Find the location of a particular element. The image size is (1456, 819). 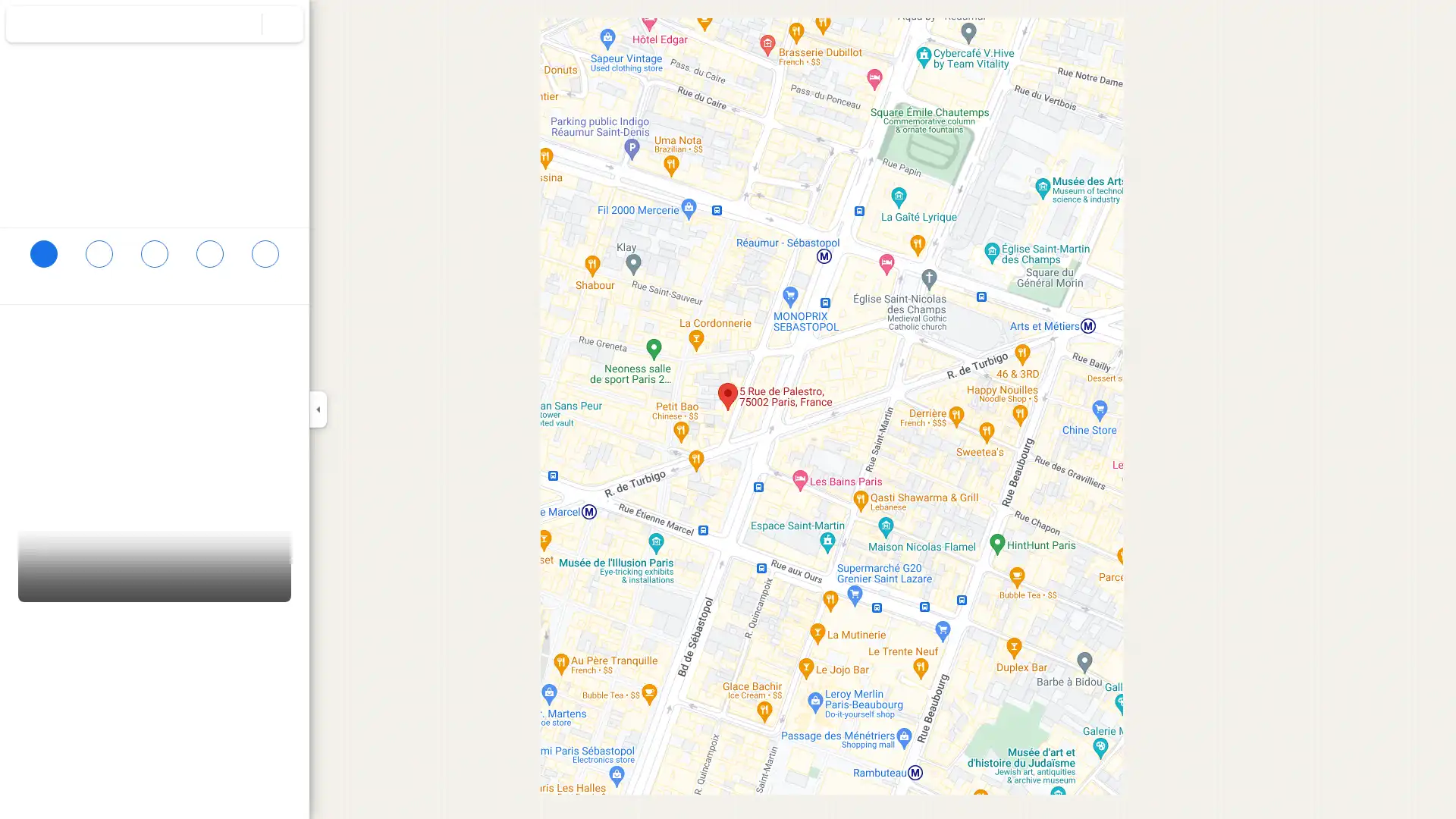

Save 5 Rue de Palestro in your lists is located at coordinates (98, 259).